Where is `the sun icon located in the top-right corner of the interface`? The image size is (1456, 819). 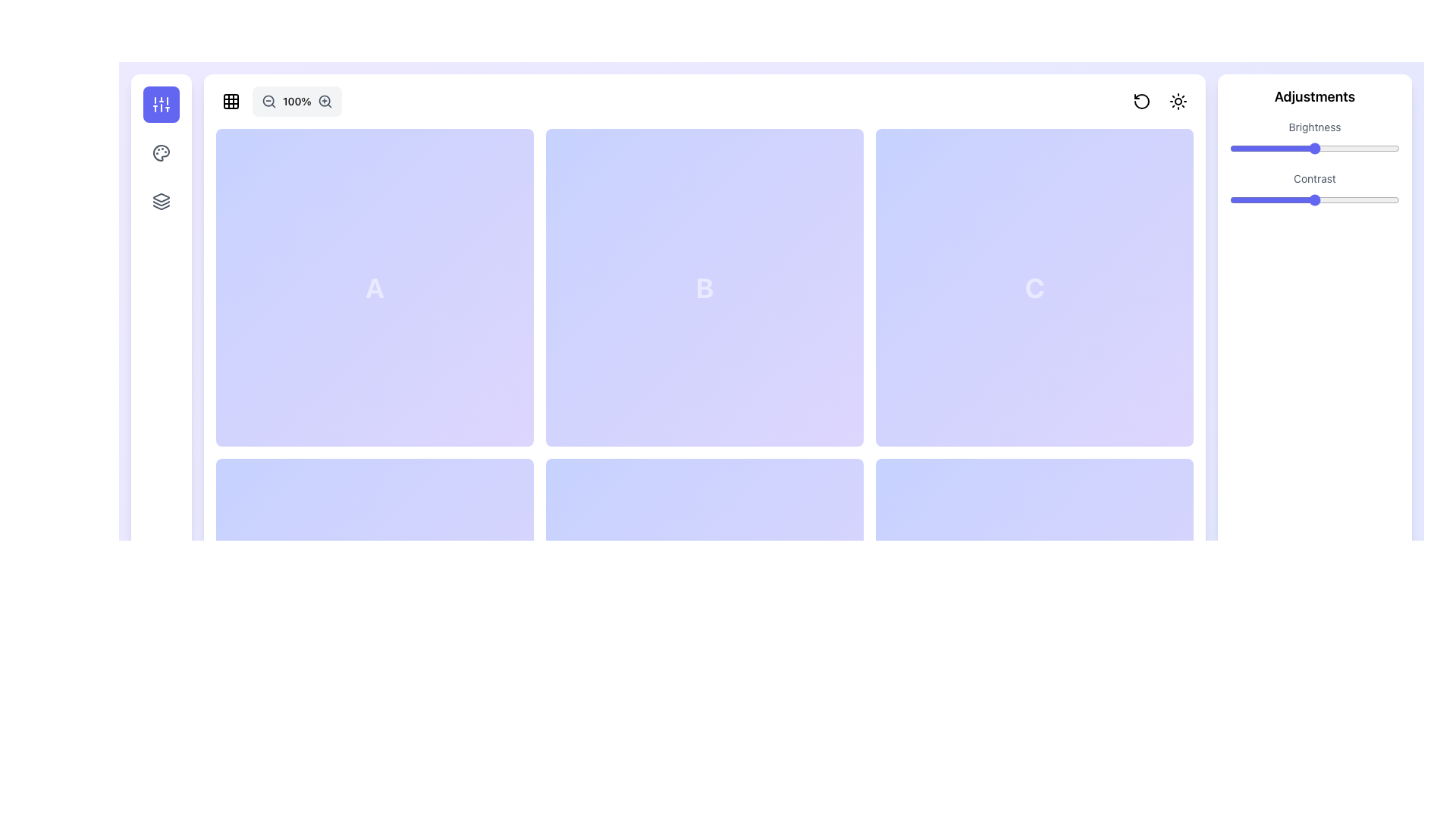 the sun icon located in the top-right corner of the interface is located at coordinates (1178, 102).